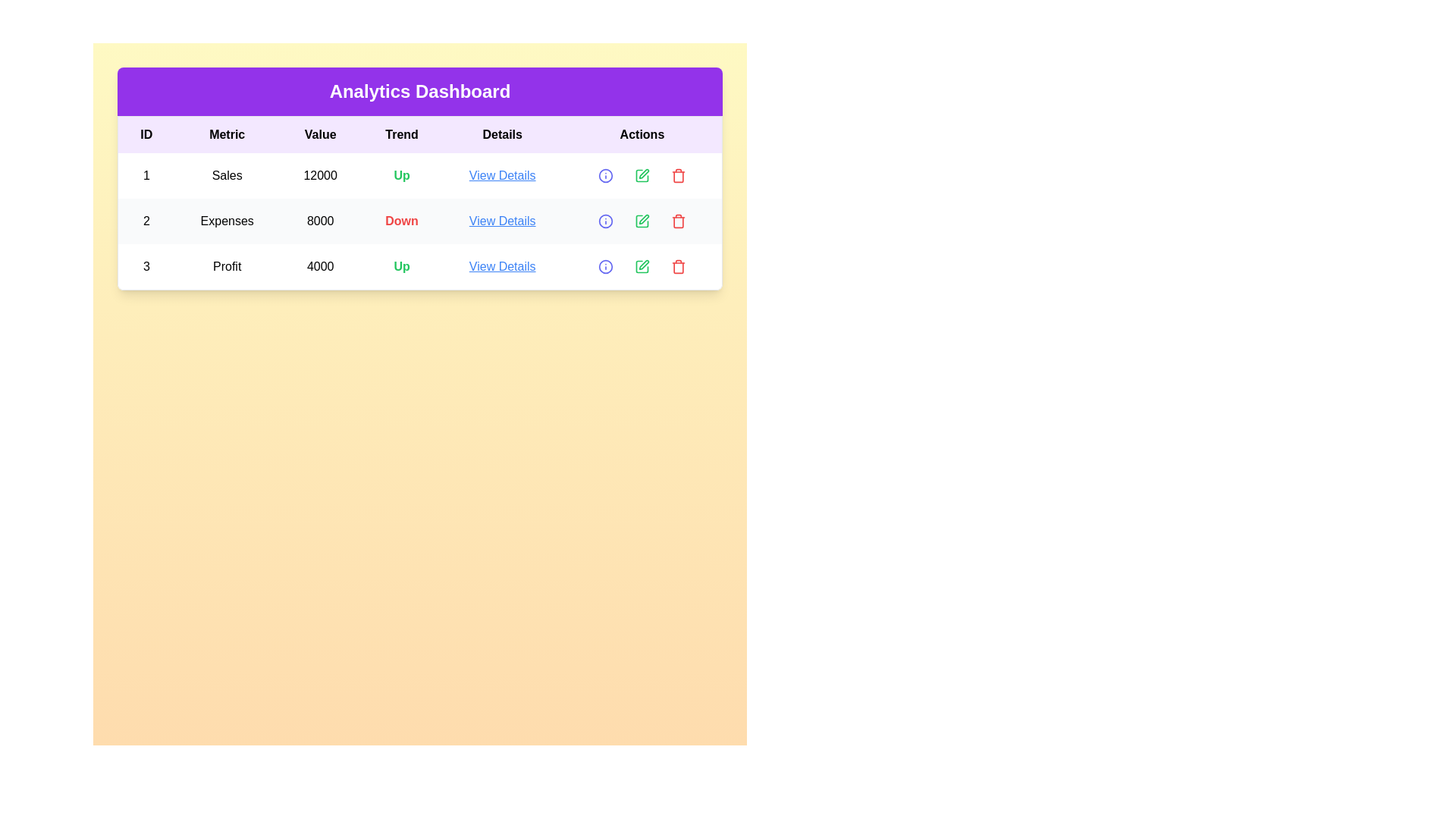 The width and height of the screenshot is (1456, 819). What do you see at coordinates (642, 174) in the screenshot?
I see `the edit icon button, which is a green square with a pen shape overlapping its upper-right corner, located as the second icon in the Actions column of the first row of the table` at bounding box center [642, 174].